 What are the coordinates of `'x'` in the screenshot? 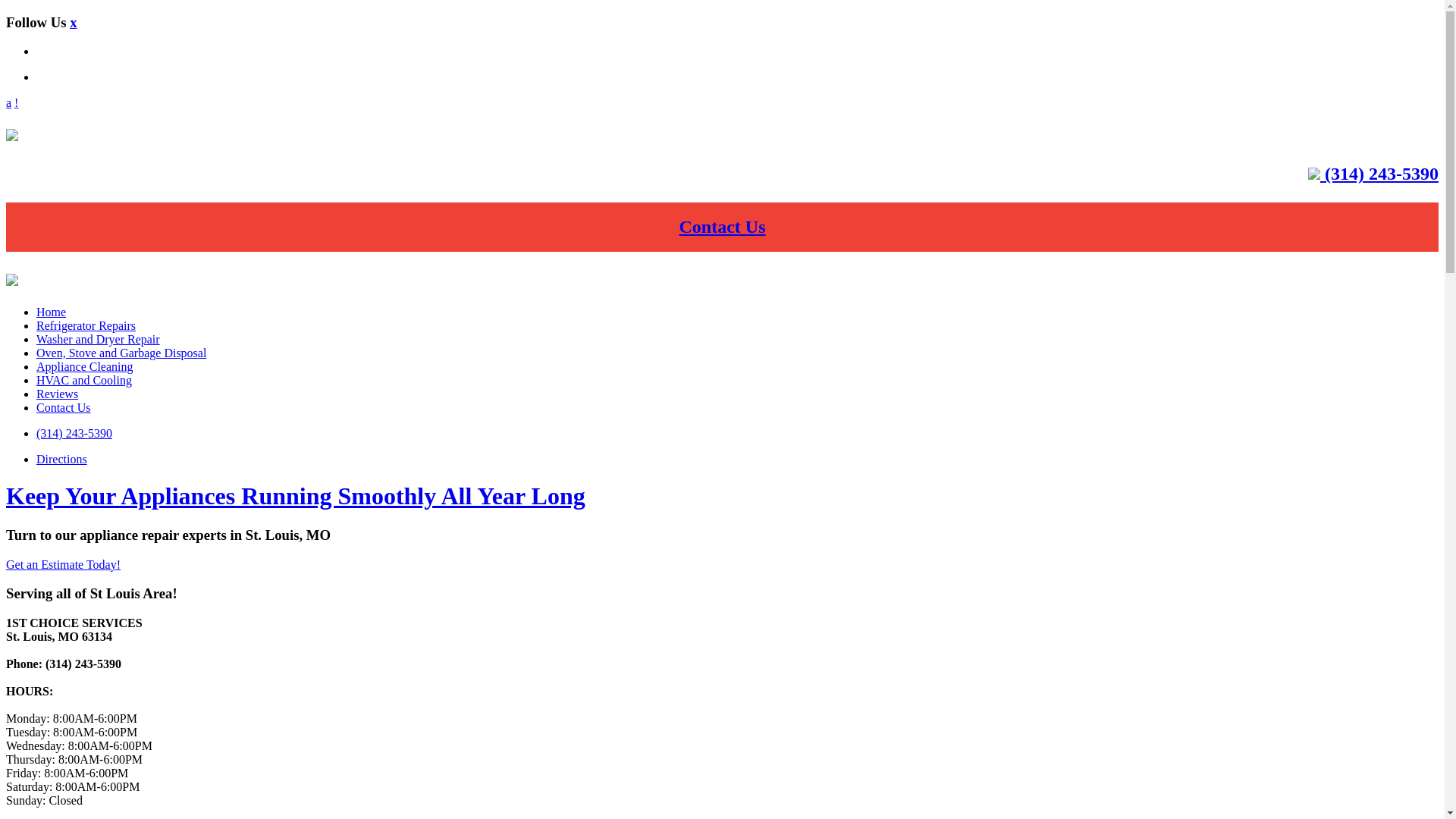 It's located at (72, 22).